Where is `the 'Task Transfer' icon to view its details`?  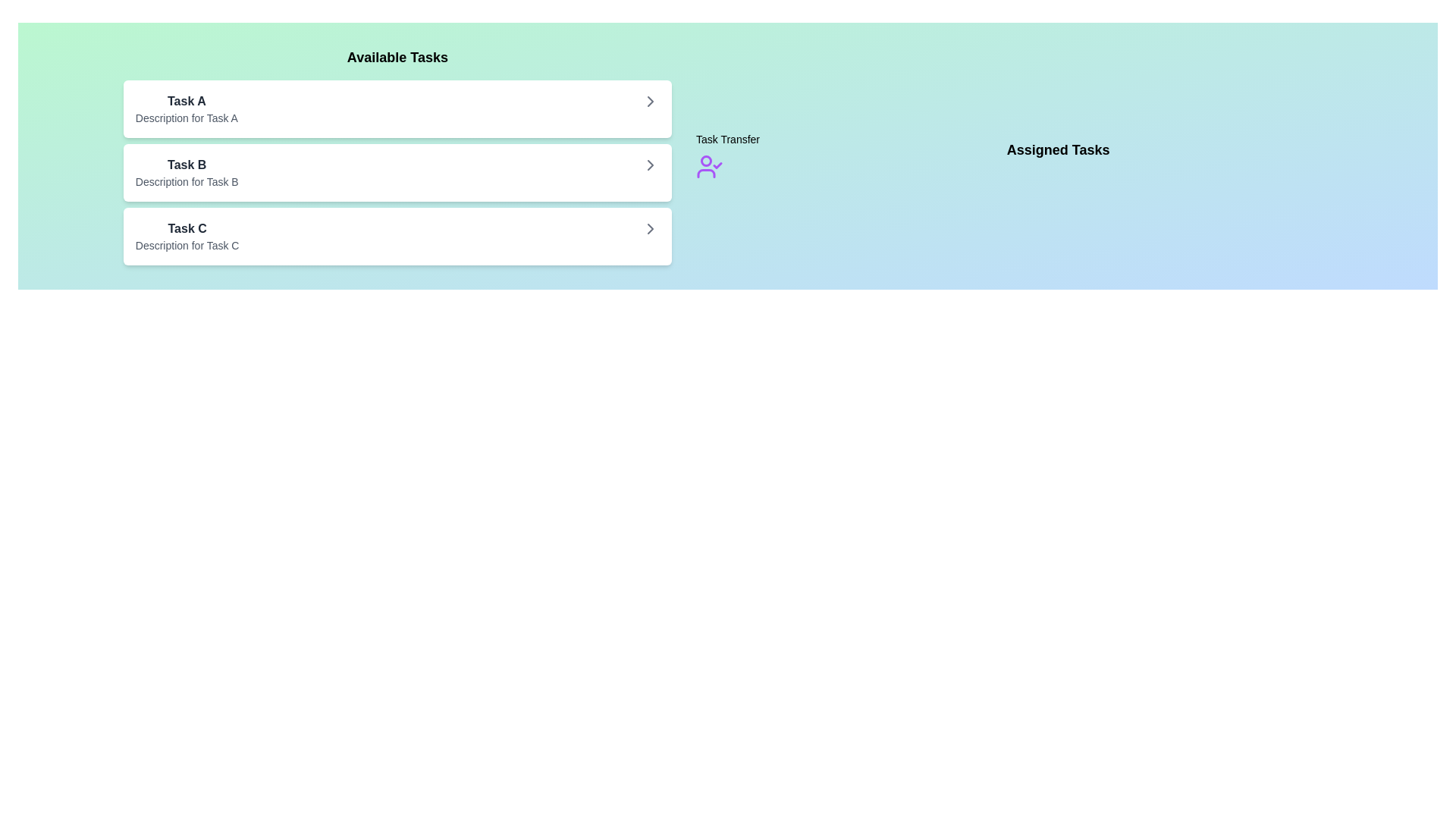
the 'Task Transfer' icon to view its details is located at coordinates (709, 166).